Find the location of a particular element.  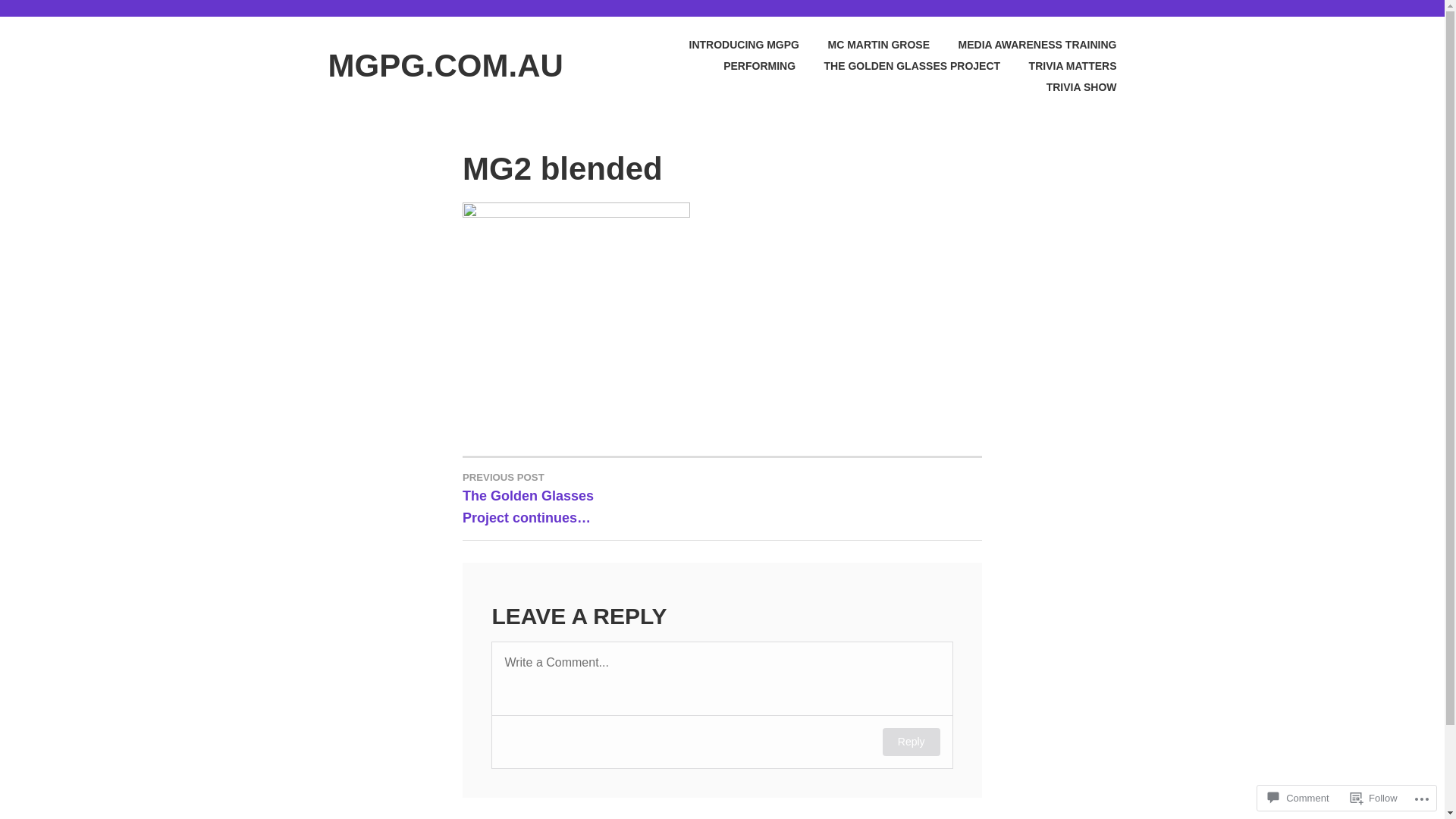

'Reply' is located at coordinates (910, 741).